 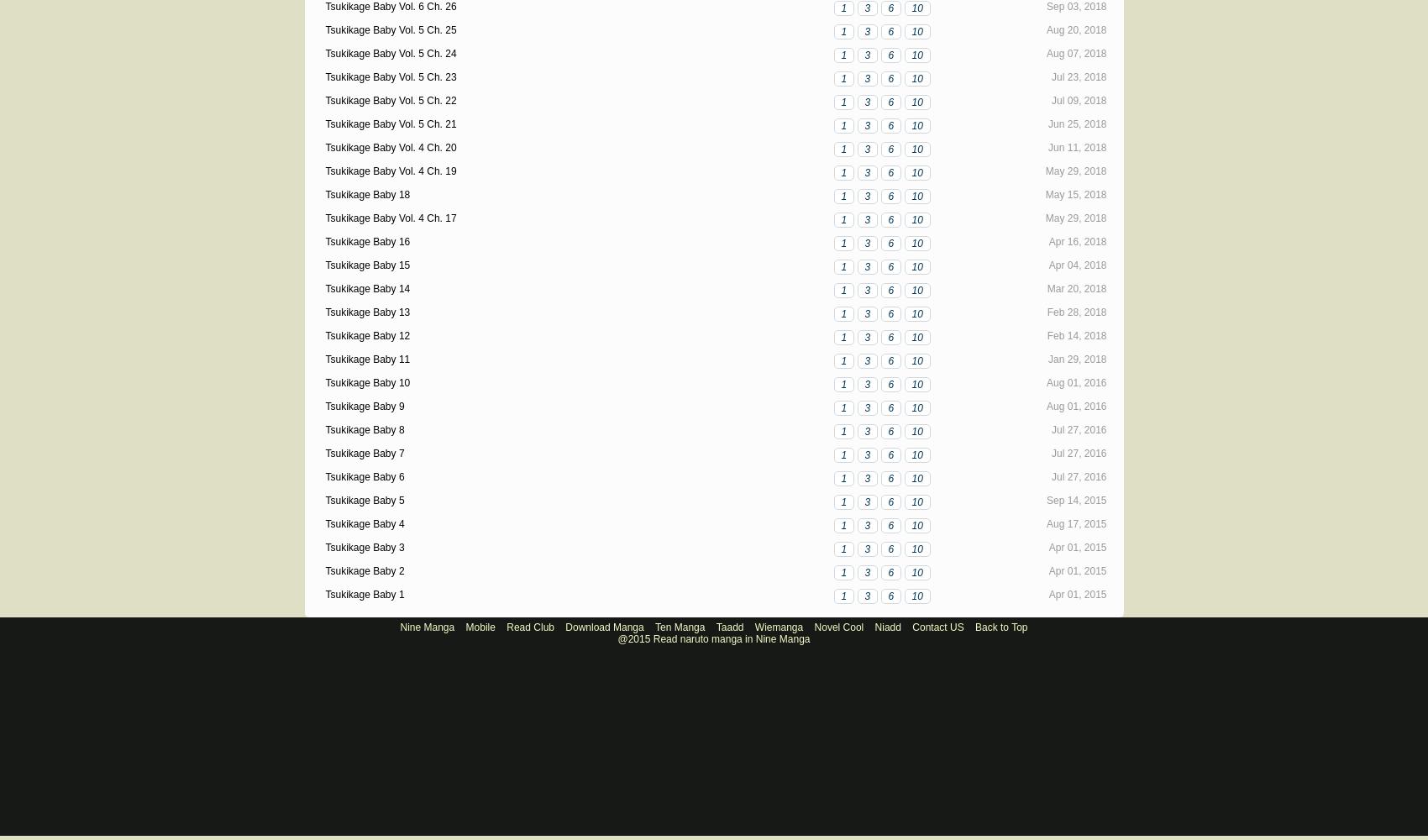 I want to click on 'Ten Manga', so click(x=679, y=627).